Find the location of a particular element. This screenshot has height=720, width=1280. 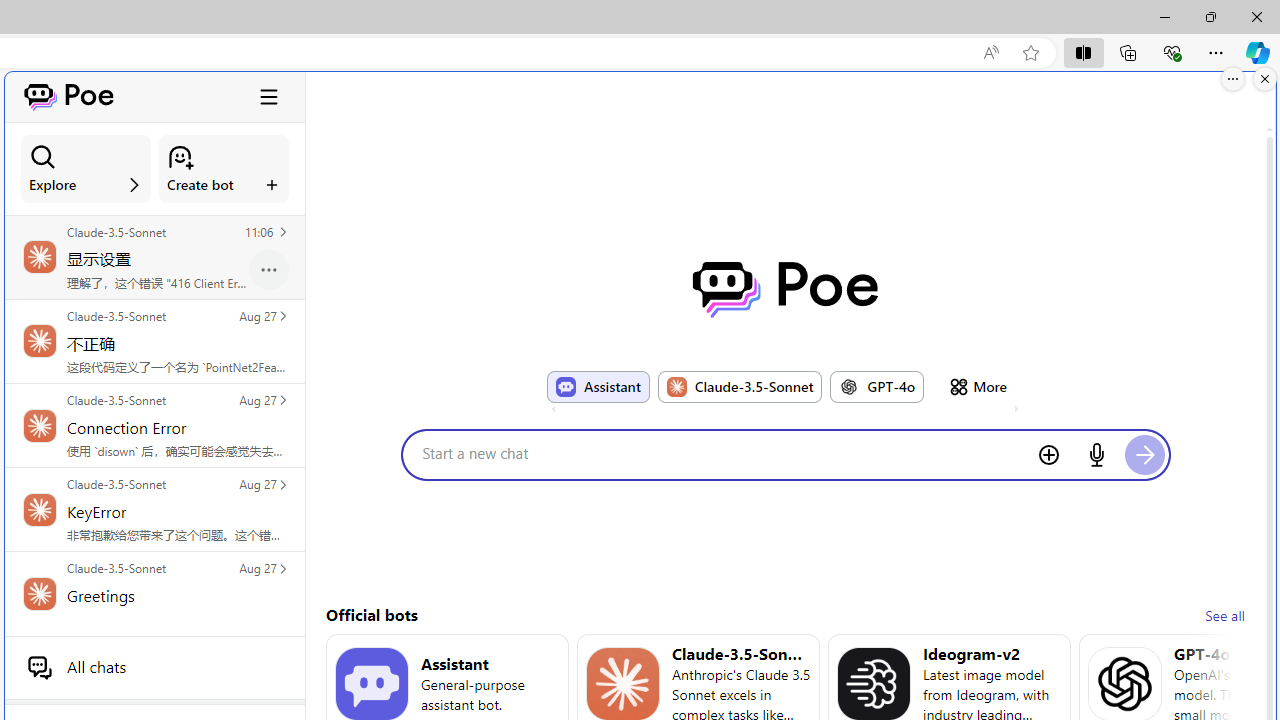

'All chats' is located at coordinates (153, 667).